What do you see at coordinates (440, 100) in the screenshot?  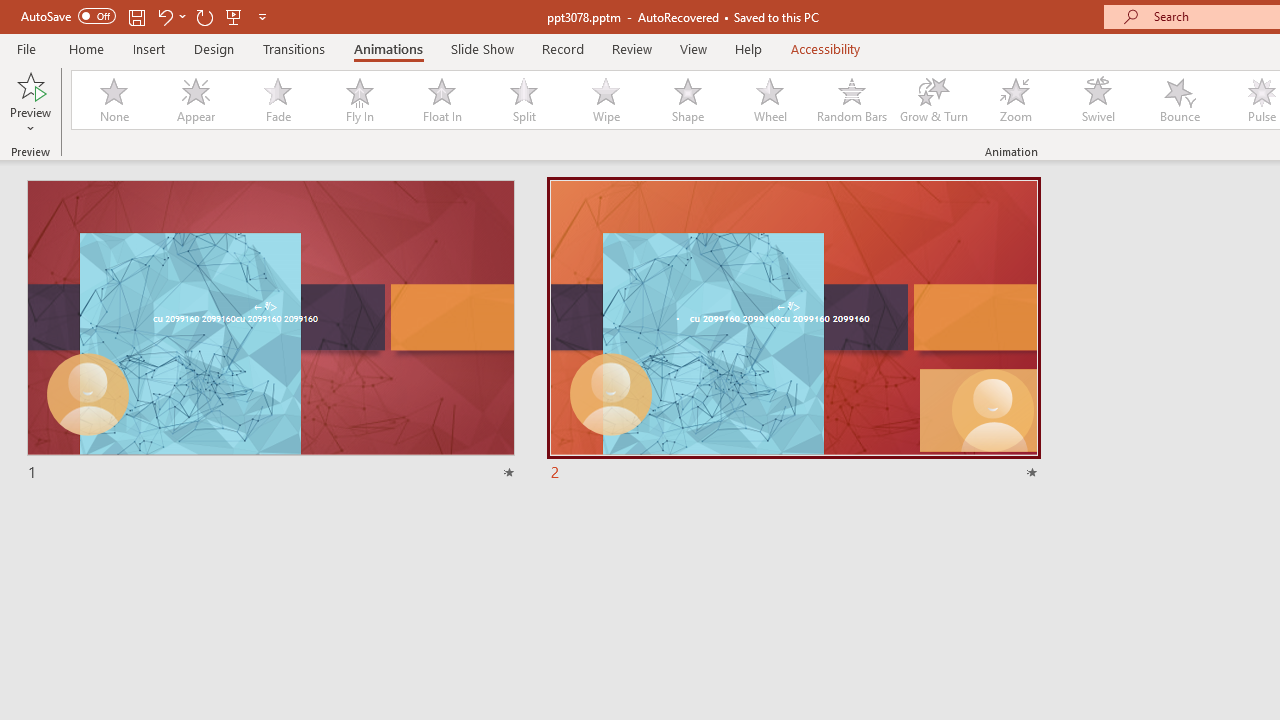 I see `'Float In'` at bounding box center [440, 100].